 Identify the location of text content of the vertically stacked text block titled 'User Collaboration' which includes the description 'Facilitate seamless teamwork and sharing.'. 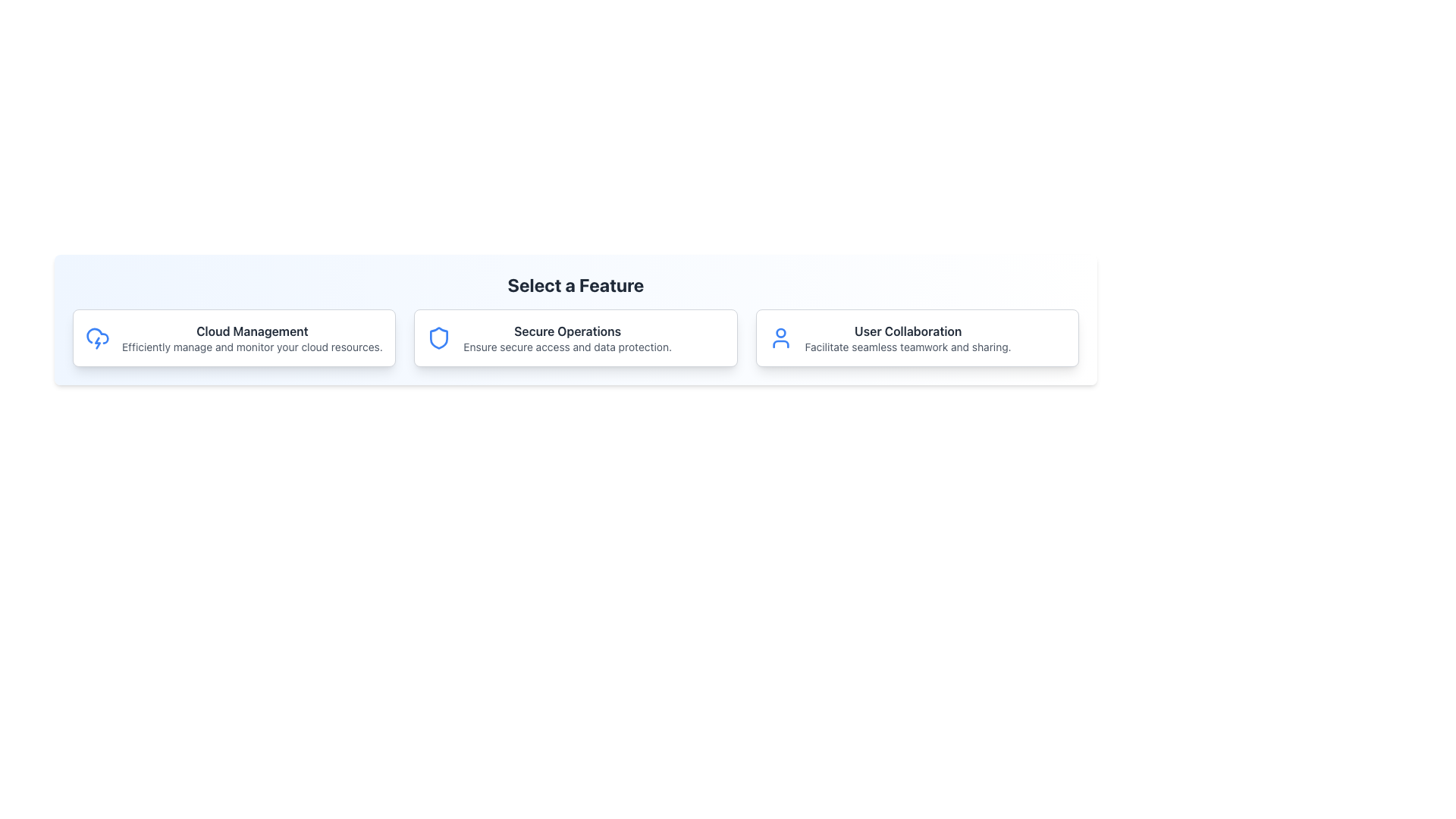
(908, 337).